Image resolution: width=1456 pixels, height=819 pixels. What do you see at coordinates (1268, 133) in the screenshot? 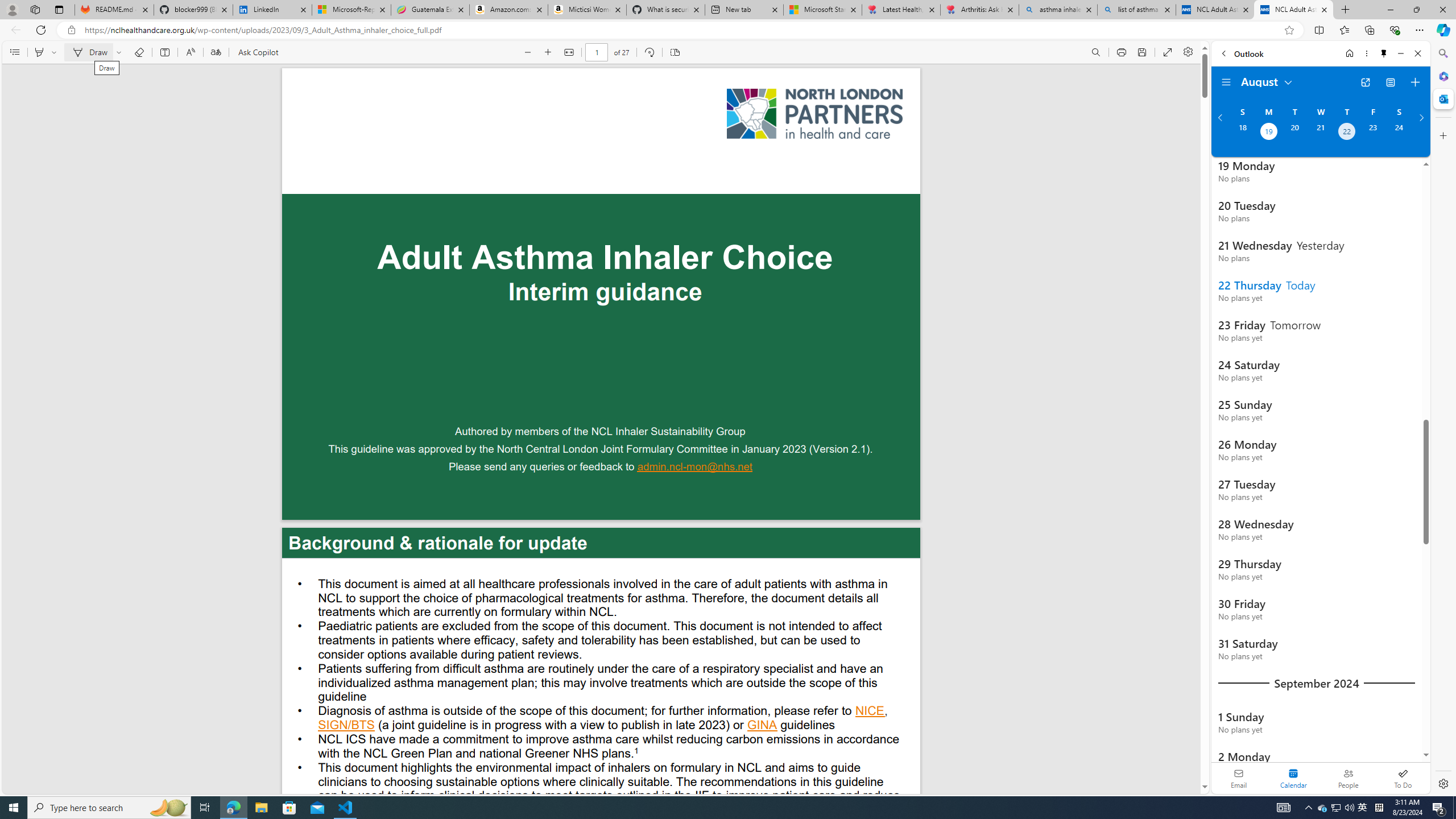
I see `'Monday, August 19, 2024. Date selected. '` at bounding box center [1268, 133].